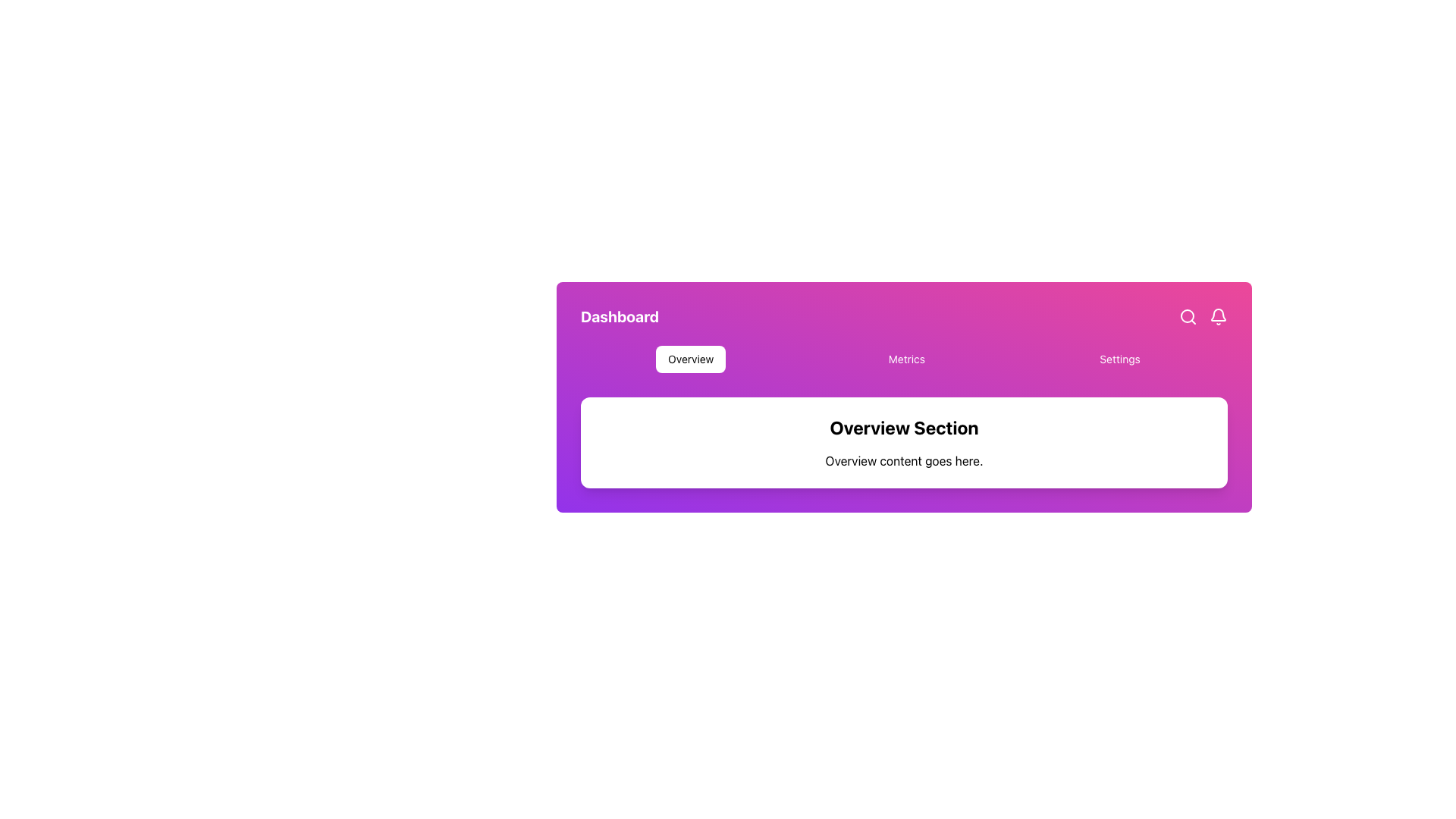 This screenshot has width=1456, height=819. Describe the element at coordinates (1187, 315) in the screenshot. I see `the search icon button located on the right-hand side of the navigation bar` at that location.